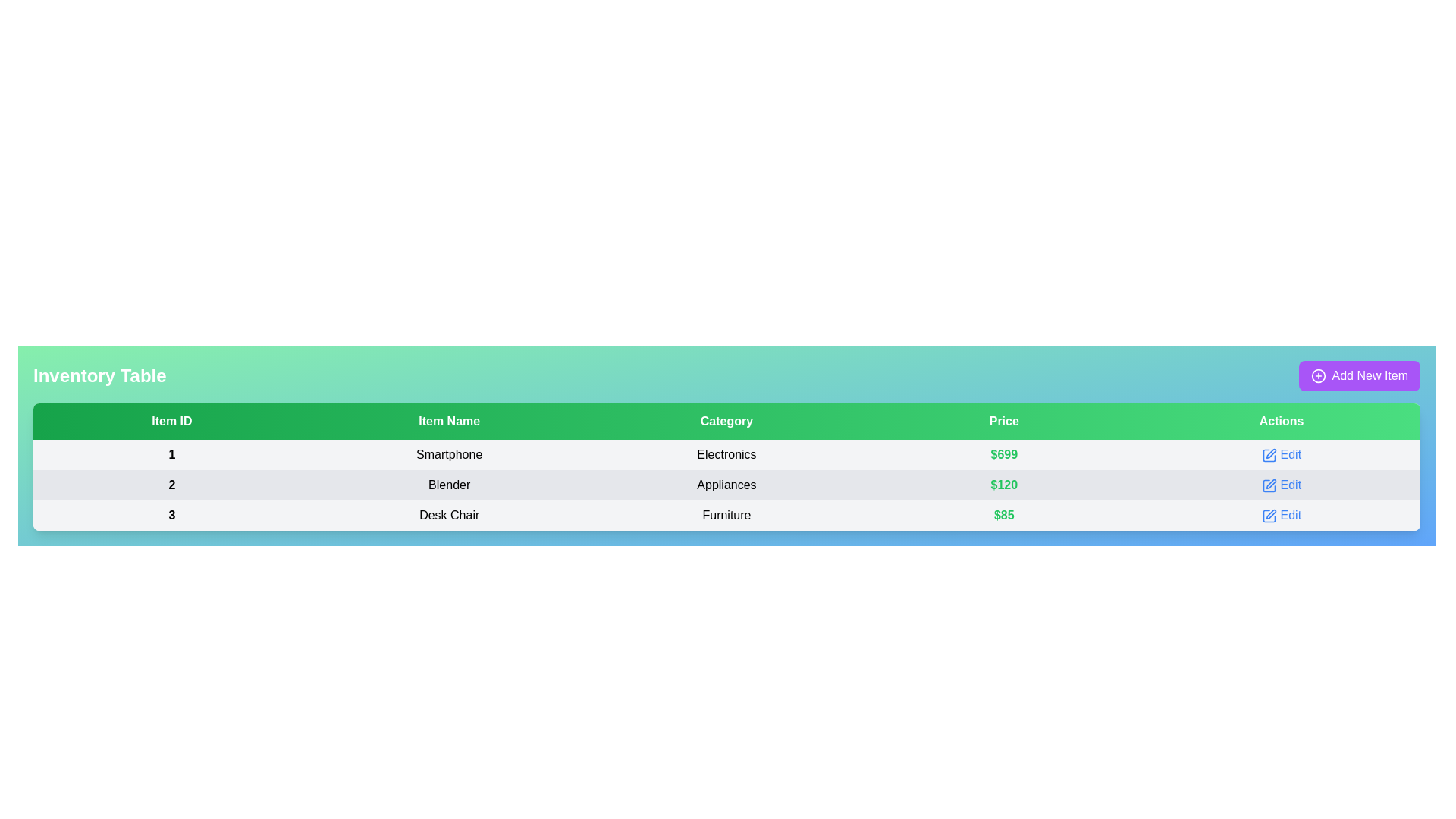  Describe the element at coordinates (1281, 514) in the screenshot. I see `the interactive text label saying 'Edit' with a pen icon in the 'Actions' column corresponding to the 'Desk Chair' entry to initiate editing` at that location.